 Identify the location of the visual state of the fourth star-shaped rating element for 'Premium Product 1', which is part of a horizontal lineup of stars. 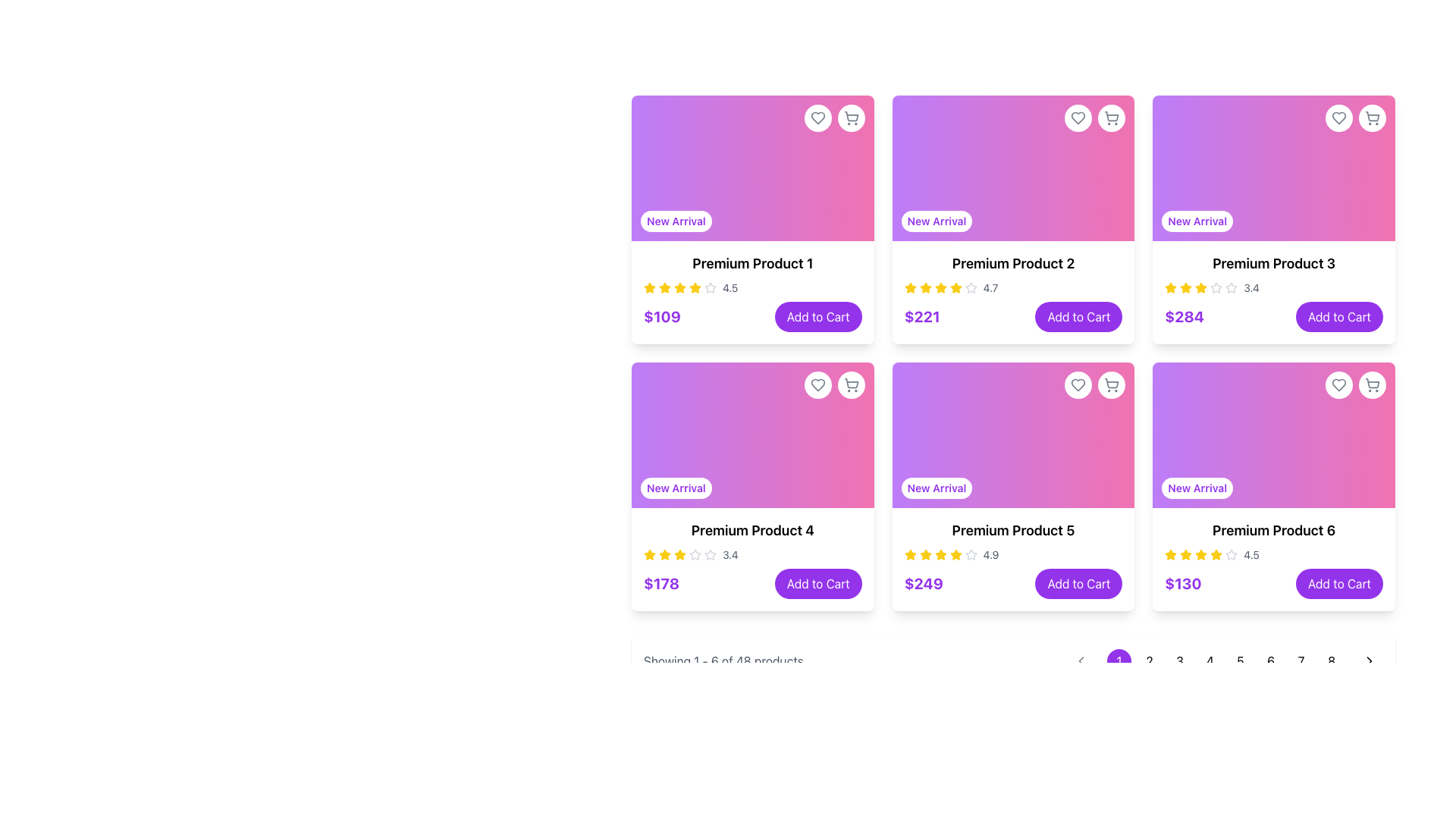
(679, 288).